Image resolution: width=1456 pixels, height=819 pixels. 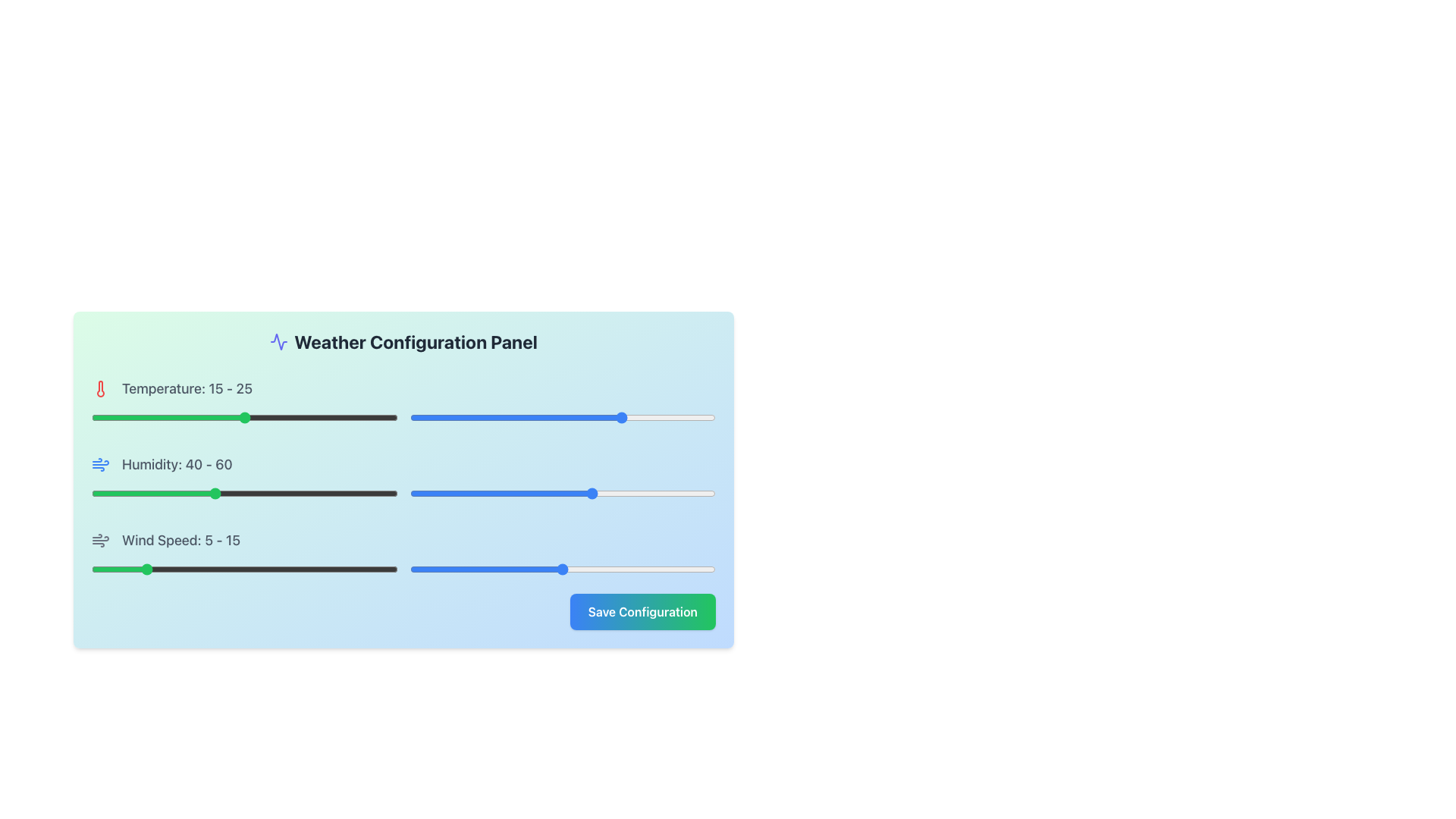 I want to click on the interactive components within the weather configuration panel, which features a gradient background and rounded corners, so click(x=403, y=479).